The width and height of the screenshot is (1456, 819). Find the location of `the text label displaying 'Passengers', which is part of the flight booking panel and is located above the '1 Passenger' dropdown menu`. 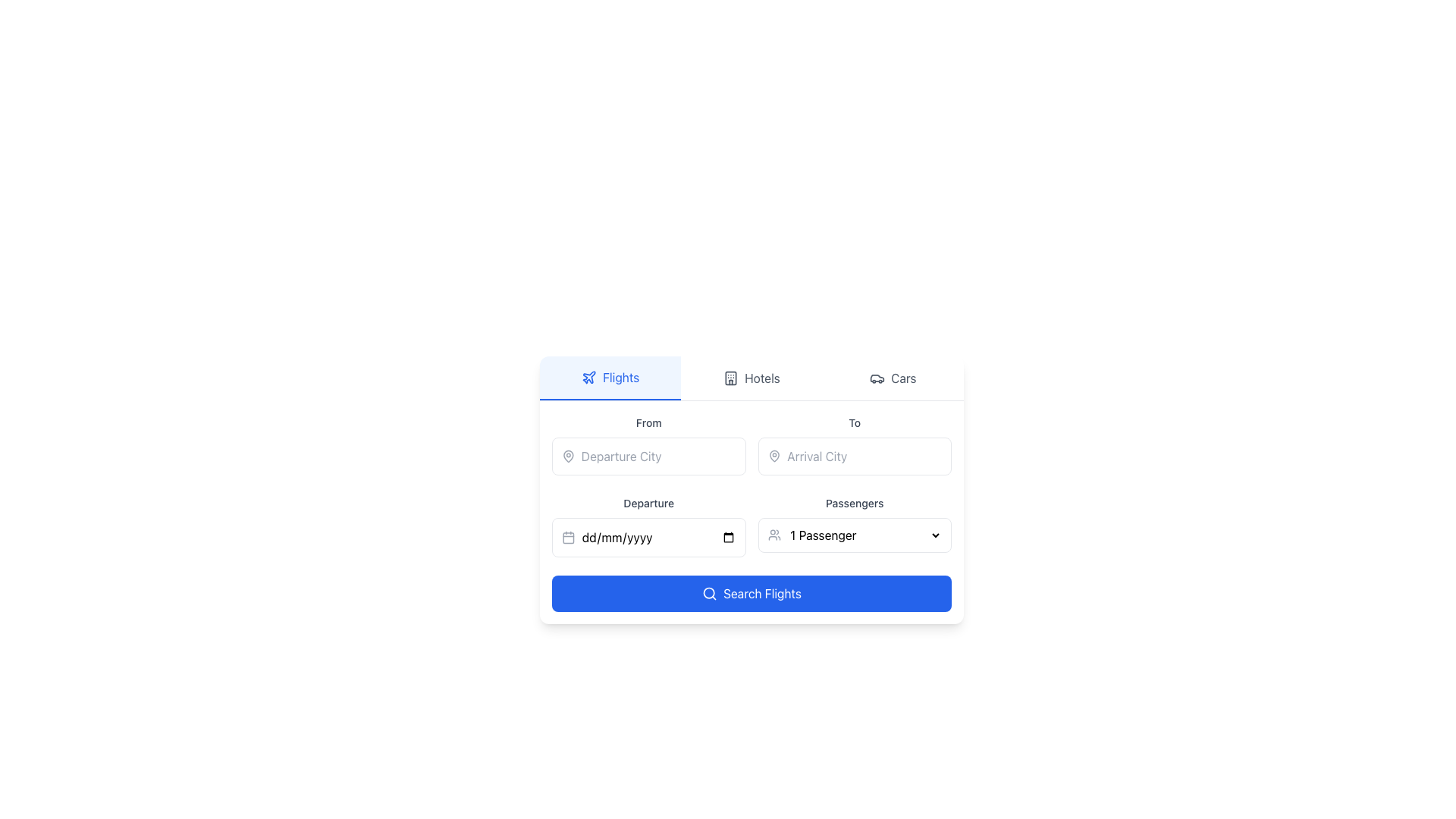

the text label displaying 'Passengers', which is part of the flight booking panel and is located above the '1 Passenger' dropdown menu is located at coordinates (855, 503).